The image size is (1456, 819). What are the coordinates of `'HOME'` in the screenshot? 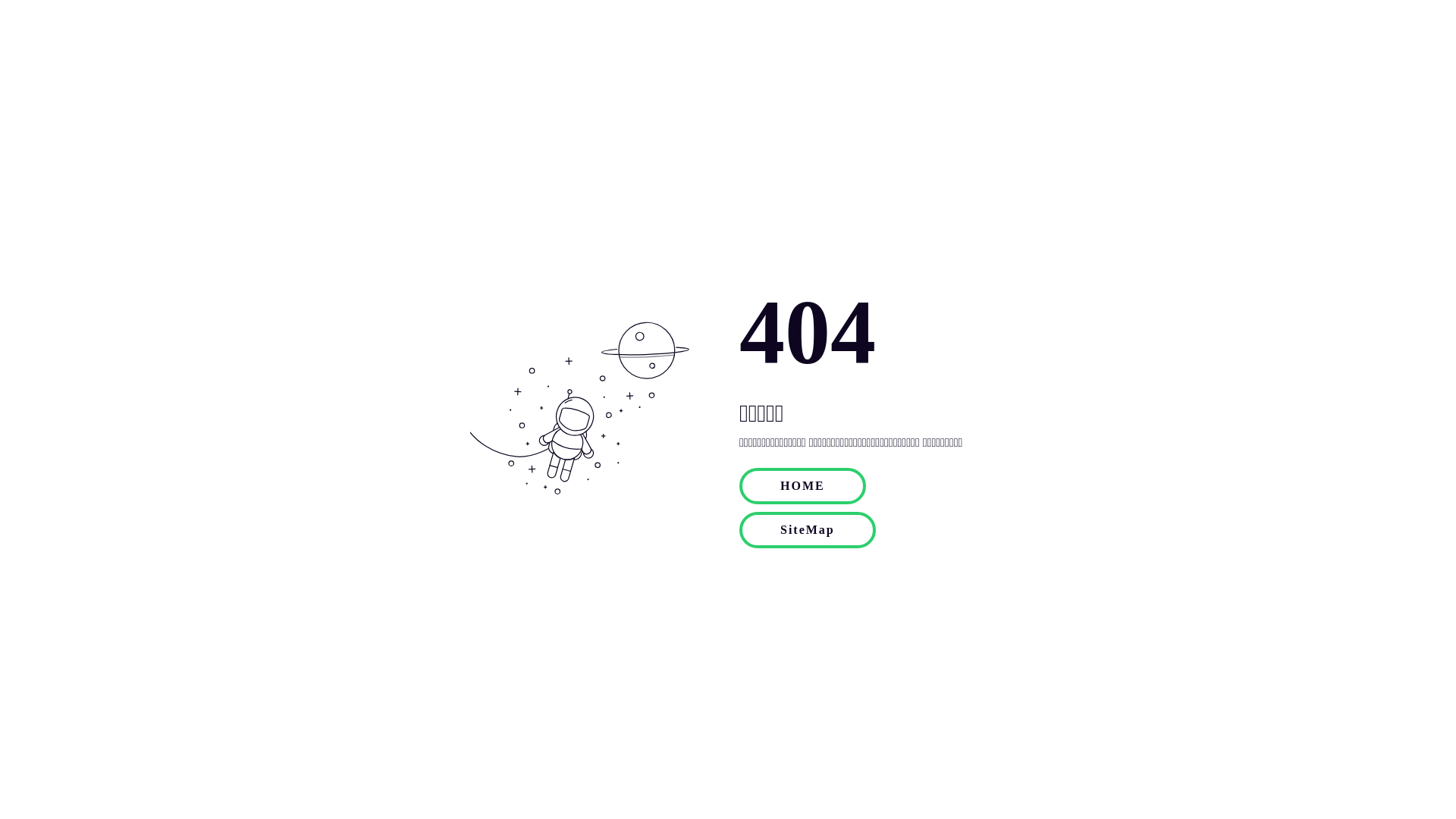 It's located at (802, 485).